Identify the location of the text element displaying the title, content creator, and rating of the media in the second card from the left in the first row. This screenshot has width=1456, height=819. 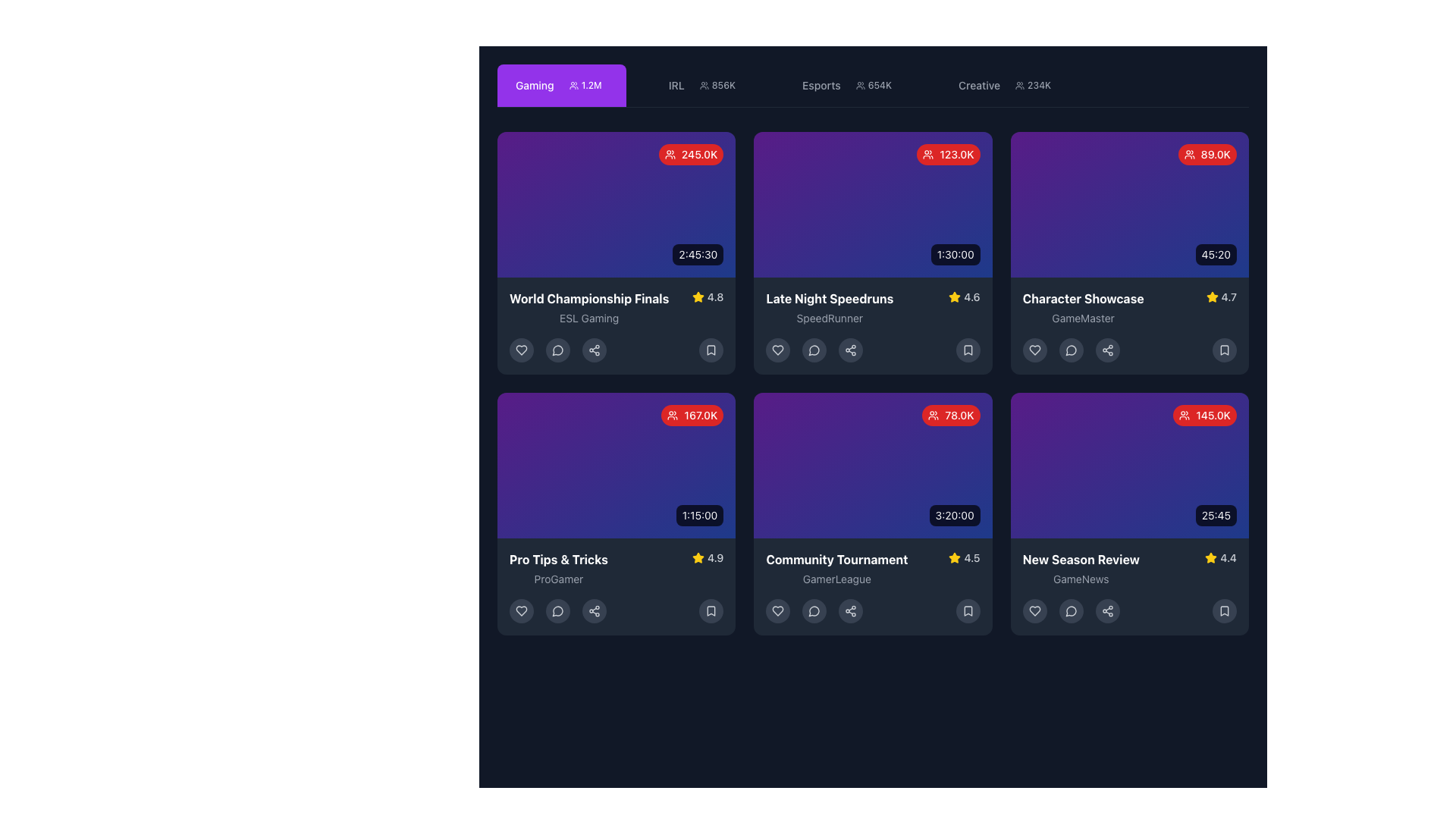
(617, 307).